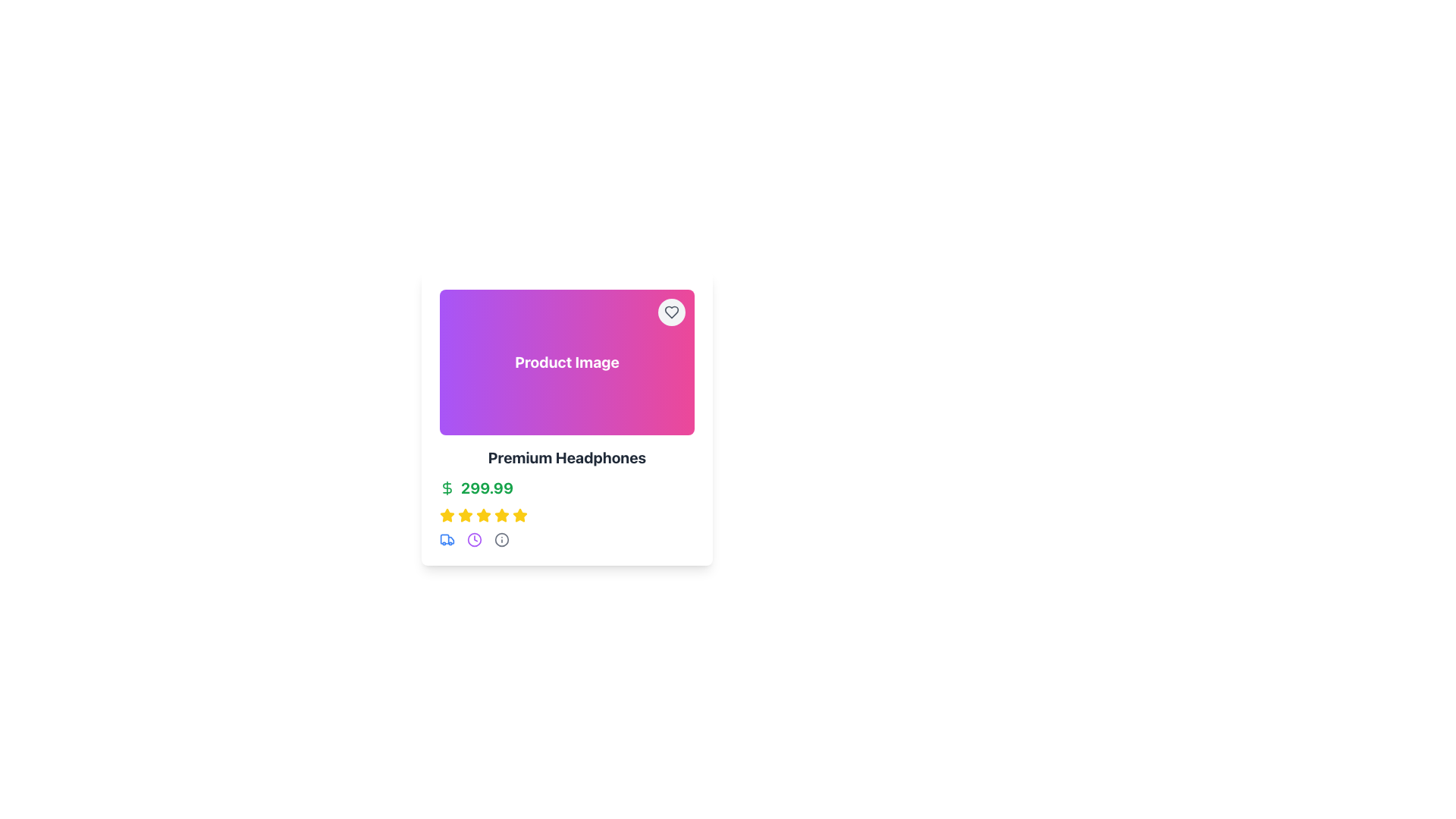 This screenshot has width=1456, height=819. What do you see at coordinates (465, 514) in the screenshot?
I see `the third star icon in the rating system, which is visually represented as a star and located below the product details` at bounding box center [465, 514].